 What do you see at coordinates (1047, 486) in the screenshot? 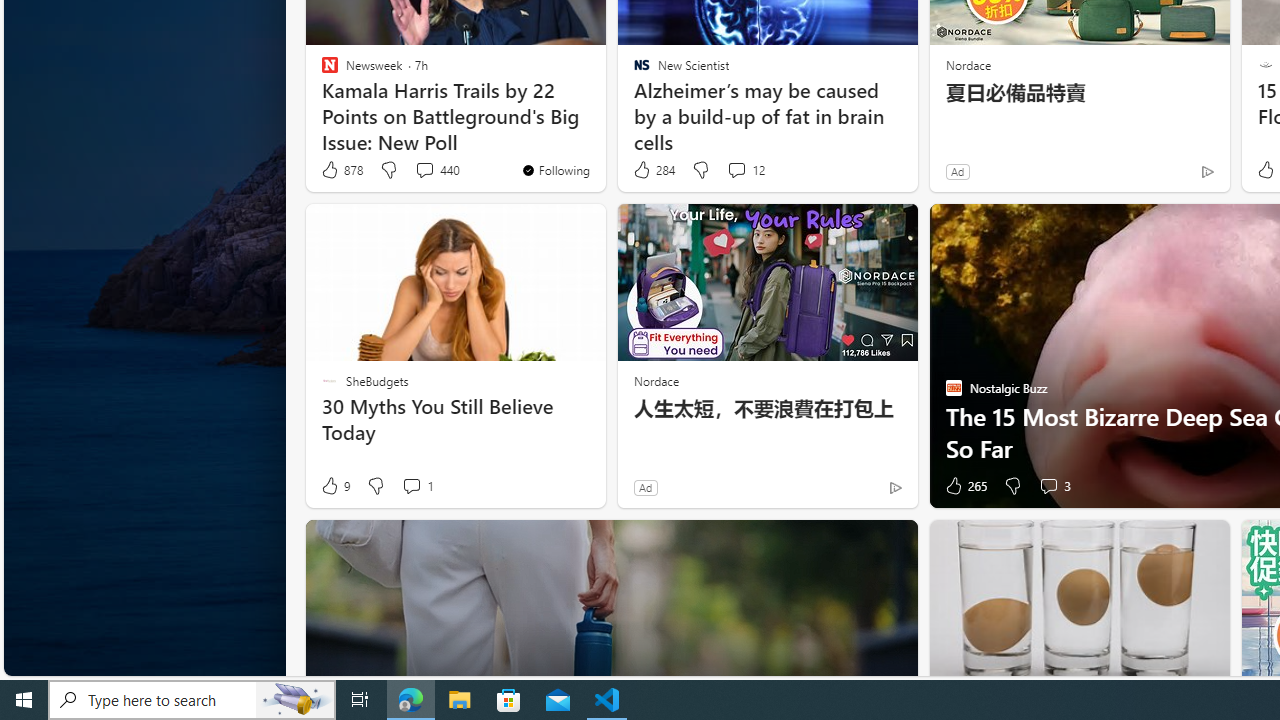
I see `'View comments 3 Comment'` at bounding box center [1047, 486].